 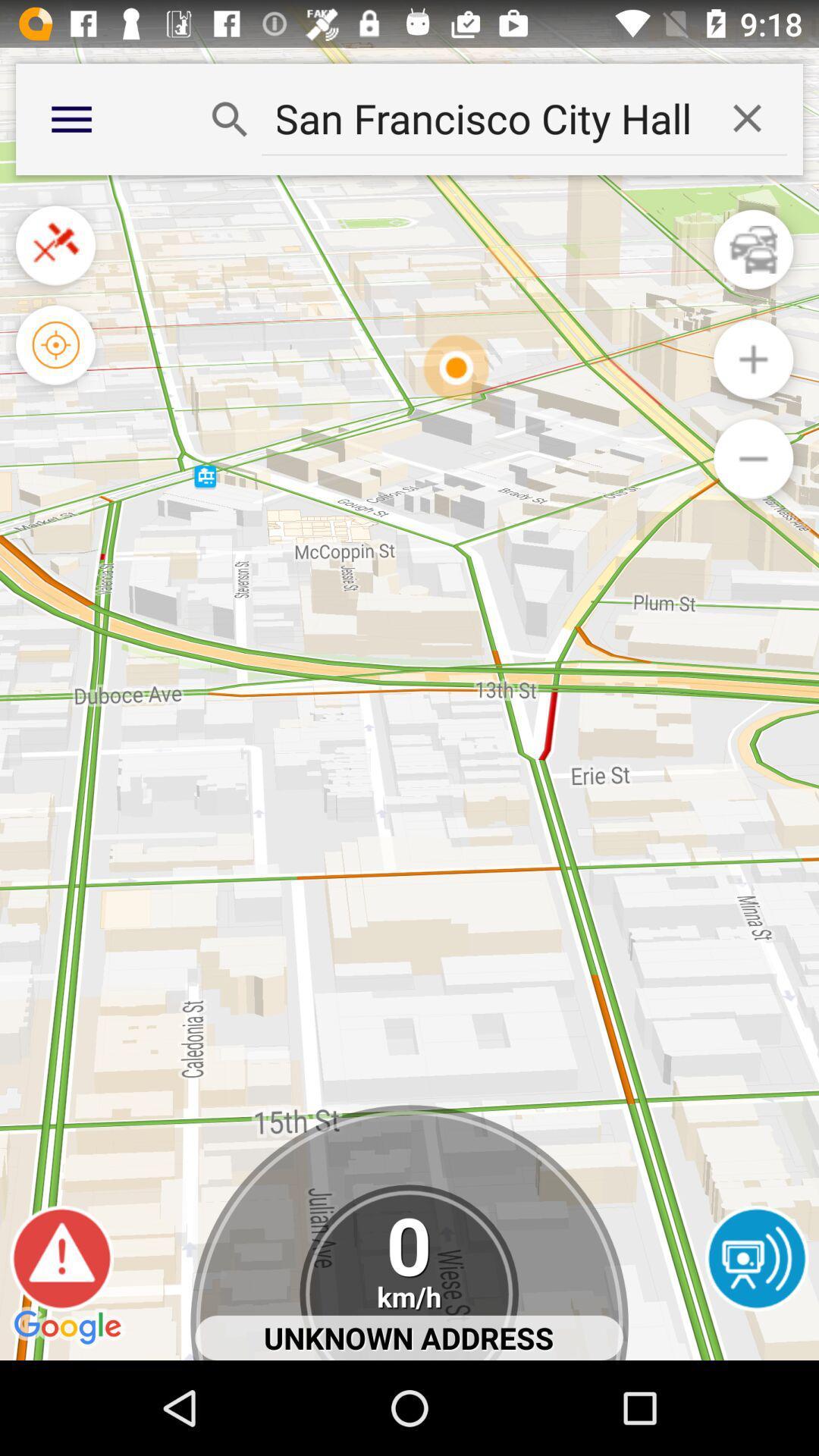 What do you see at coordinates (55, 262) in the screenshot?
I see `the close icon` at bounding box center [55, 262].